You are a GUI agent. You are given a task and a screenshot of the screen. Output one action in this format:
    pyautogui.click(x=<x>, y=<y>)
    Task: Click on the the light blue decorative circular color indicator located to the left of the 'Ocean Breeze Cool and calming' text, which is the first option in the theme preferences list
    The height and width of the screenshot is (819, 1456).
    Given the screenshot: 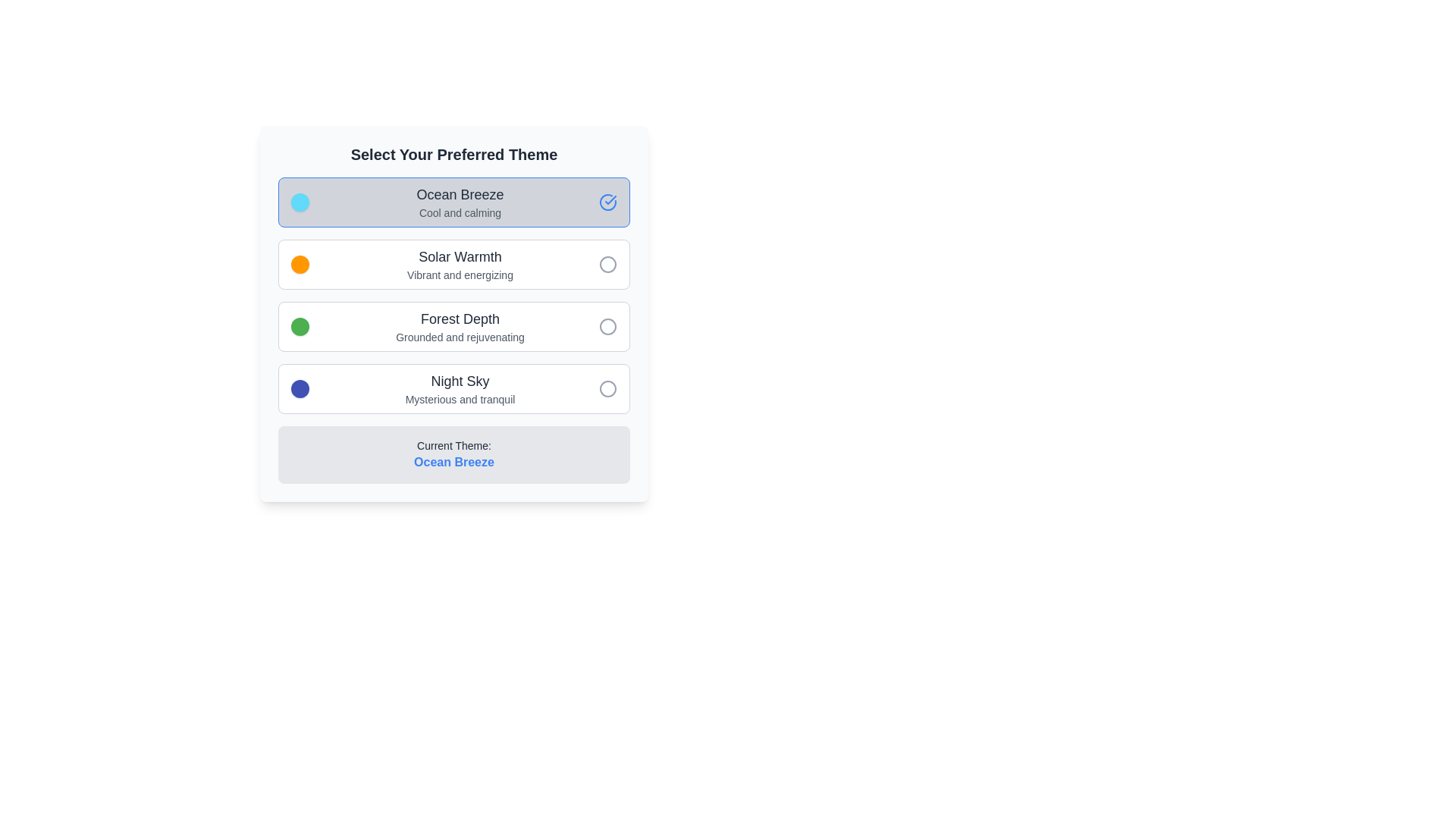 What is the action you would take?
    pyautogui.click(x=300, y=201)
    